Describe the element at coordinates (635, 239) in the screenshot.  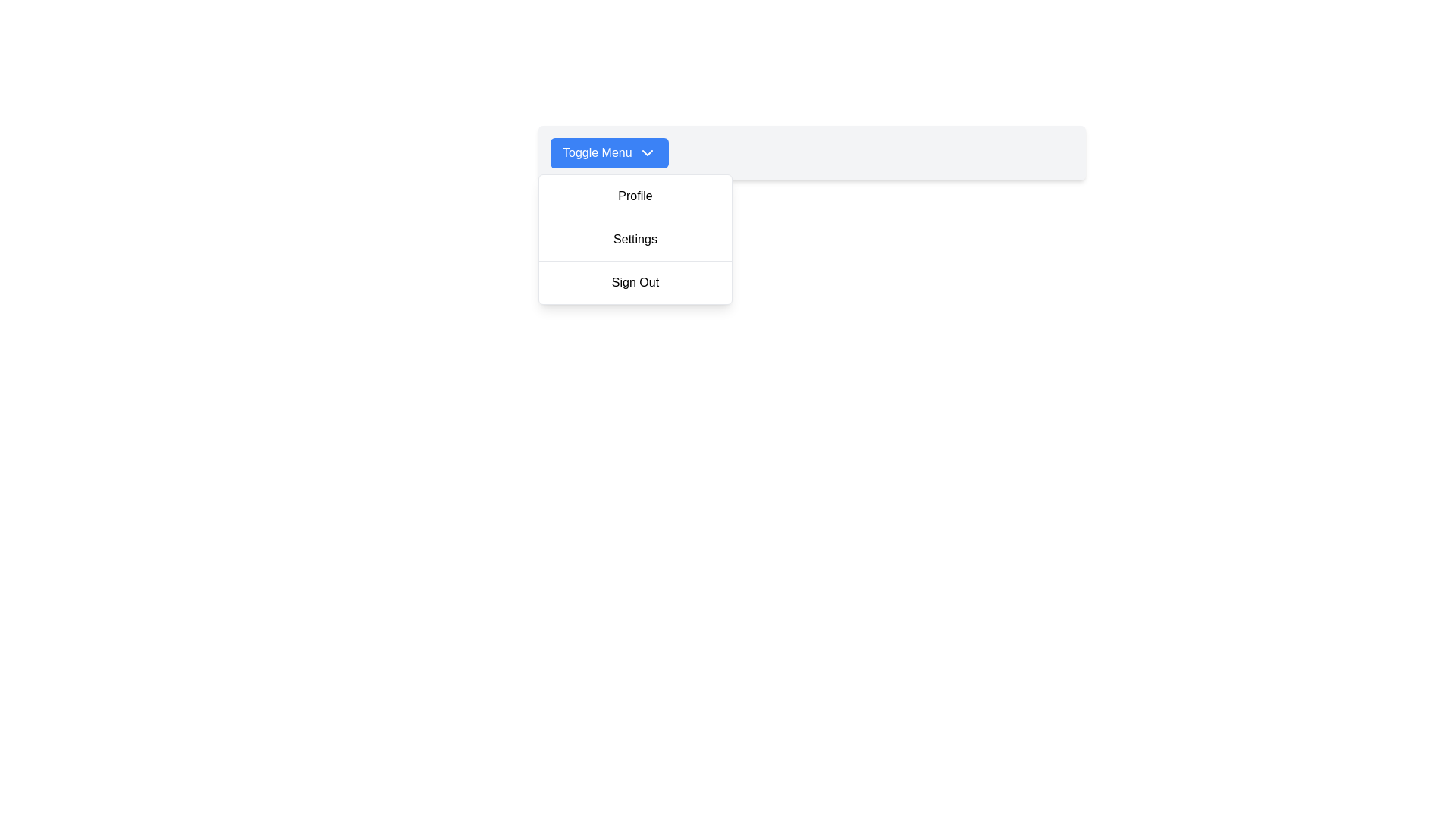
I see `the 'Settings' button` at that location.